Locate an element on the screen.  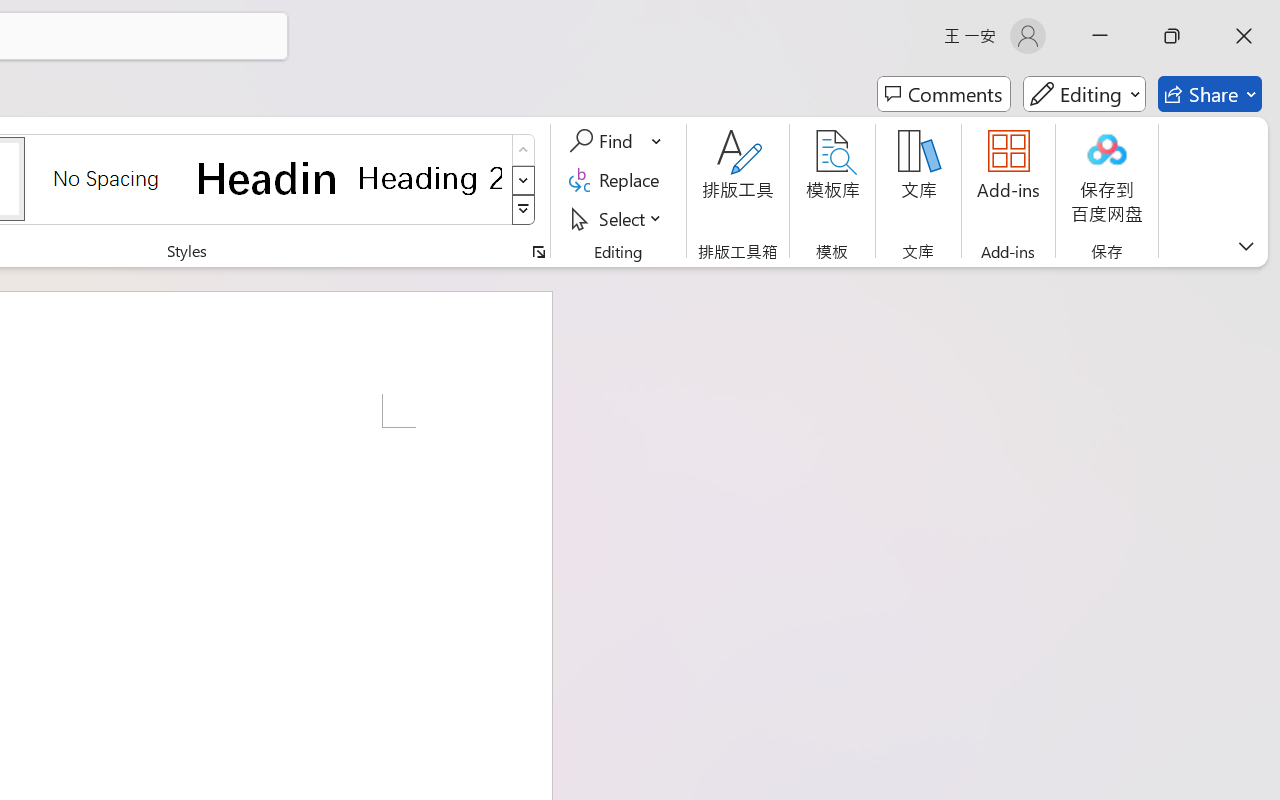
'Styles' is located at coordinates (523, 210).